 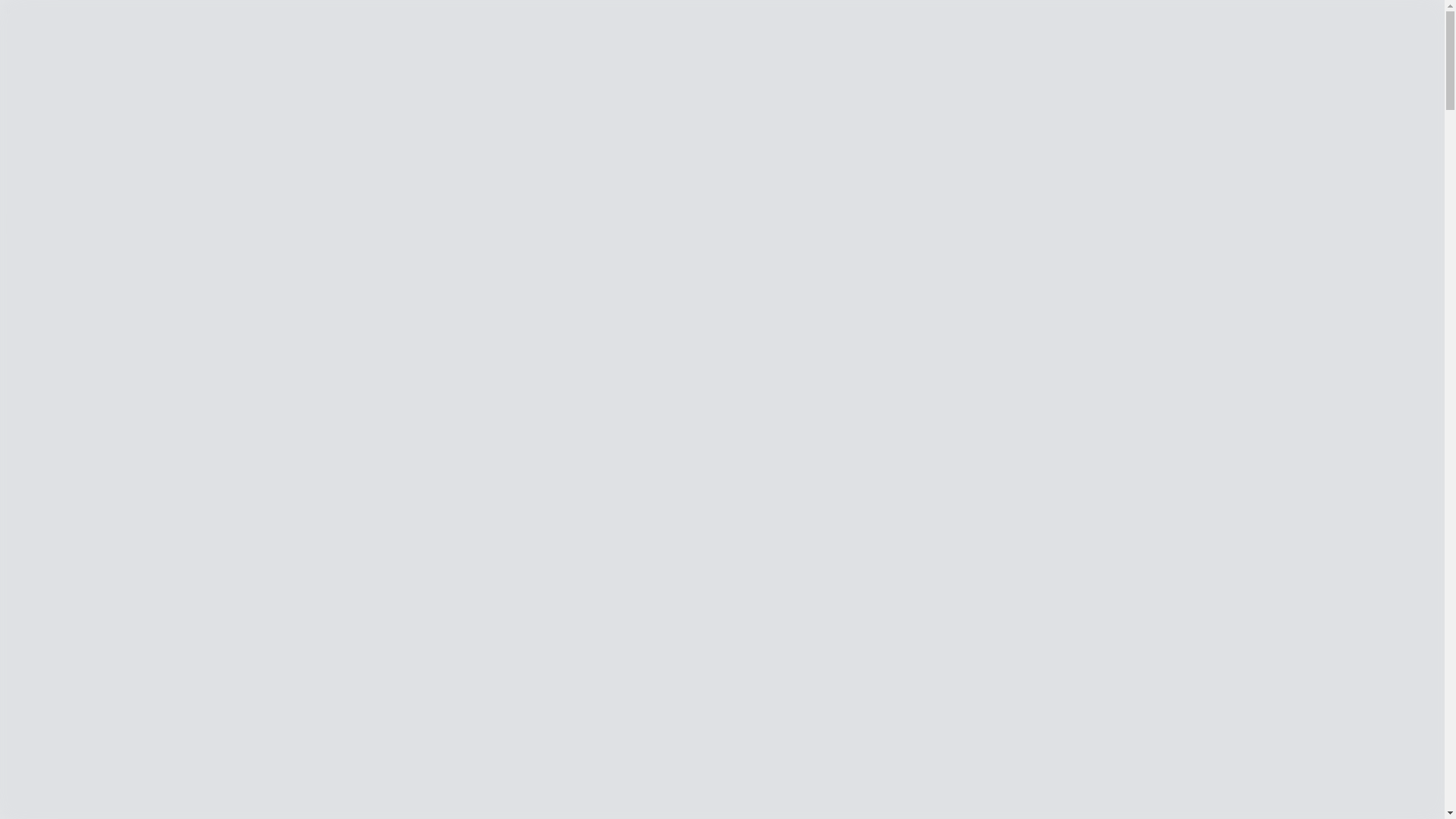 What do you see at coordinates (49, 98) in the screenshot?
I see `'Shop'` at bounding box center [49, 98].